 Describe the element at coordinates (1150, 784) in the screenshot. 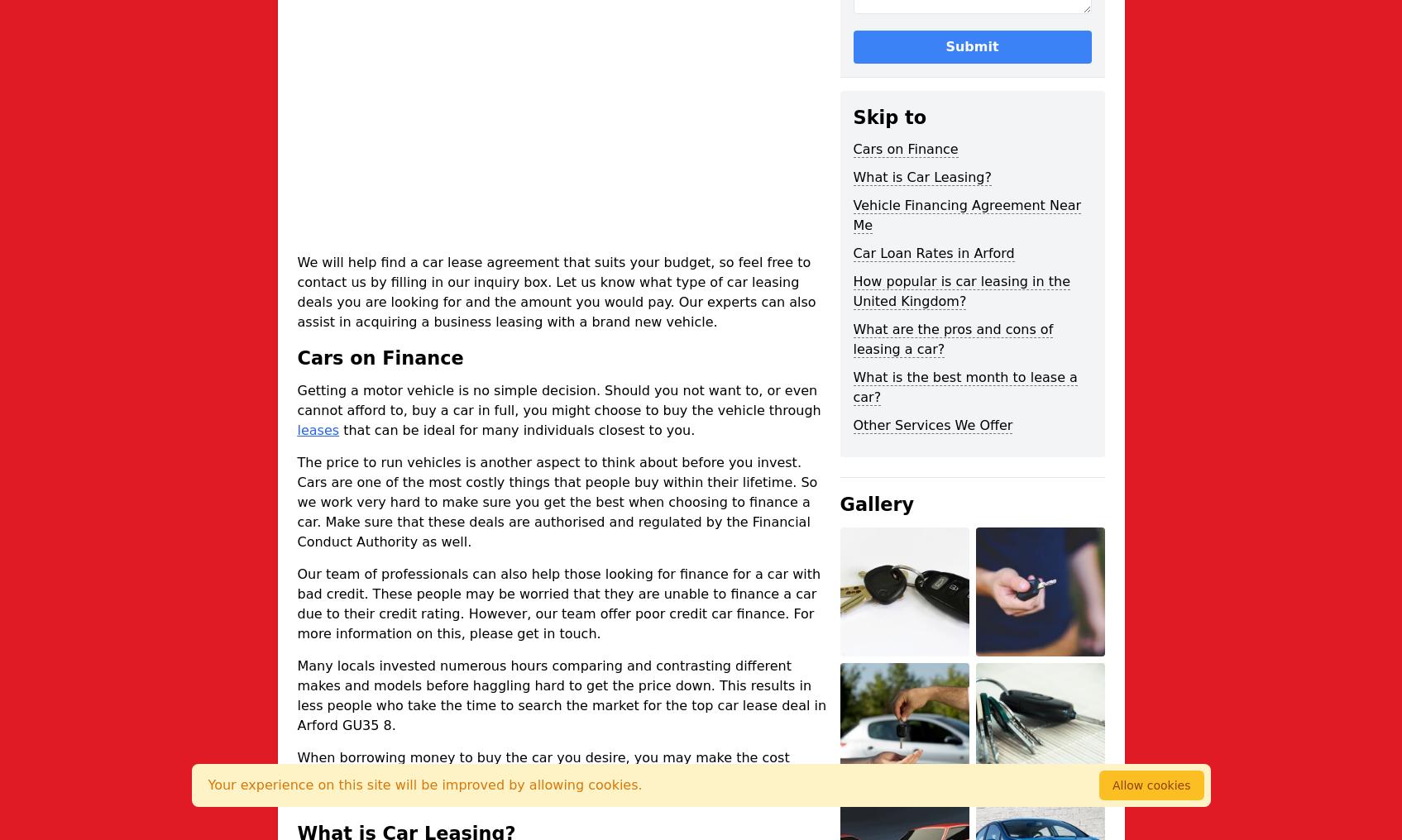

I see `'Allow cookies'` at that location.